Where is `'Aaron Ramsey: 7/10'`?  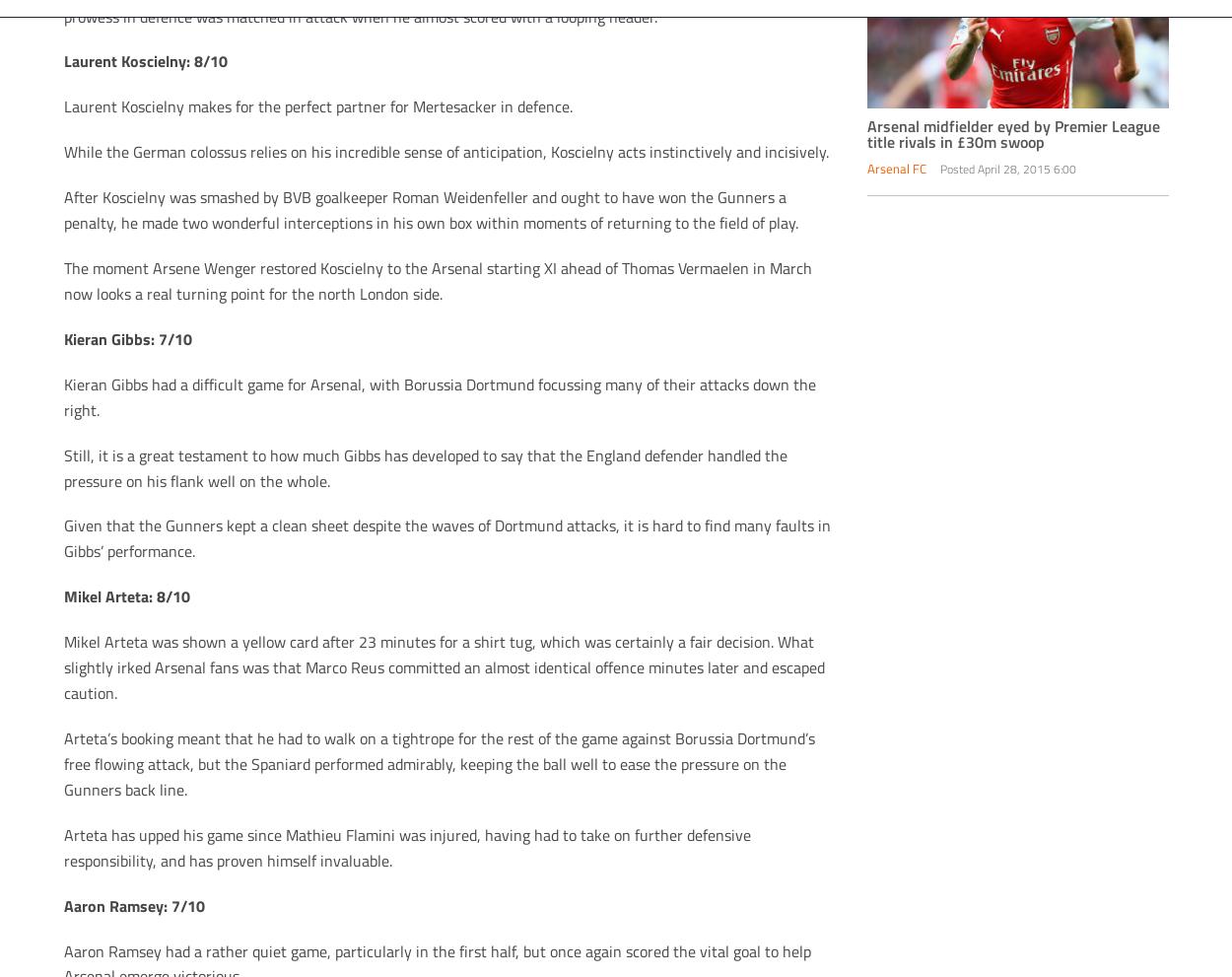 'Aaron Ramsey: 7/10' is located at coordinates (133, 903).